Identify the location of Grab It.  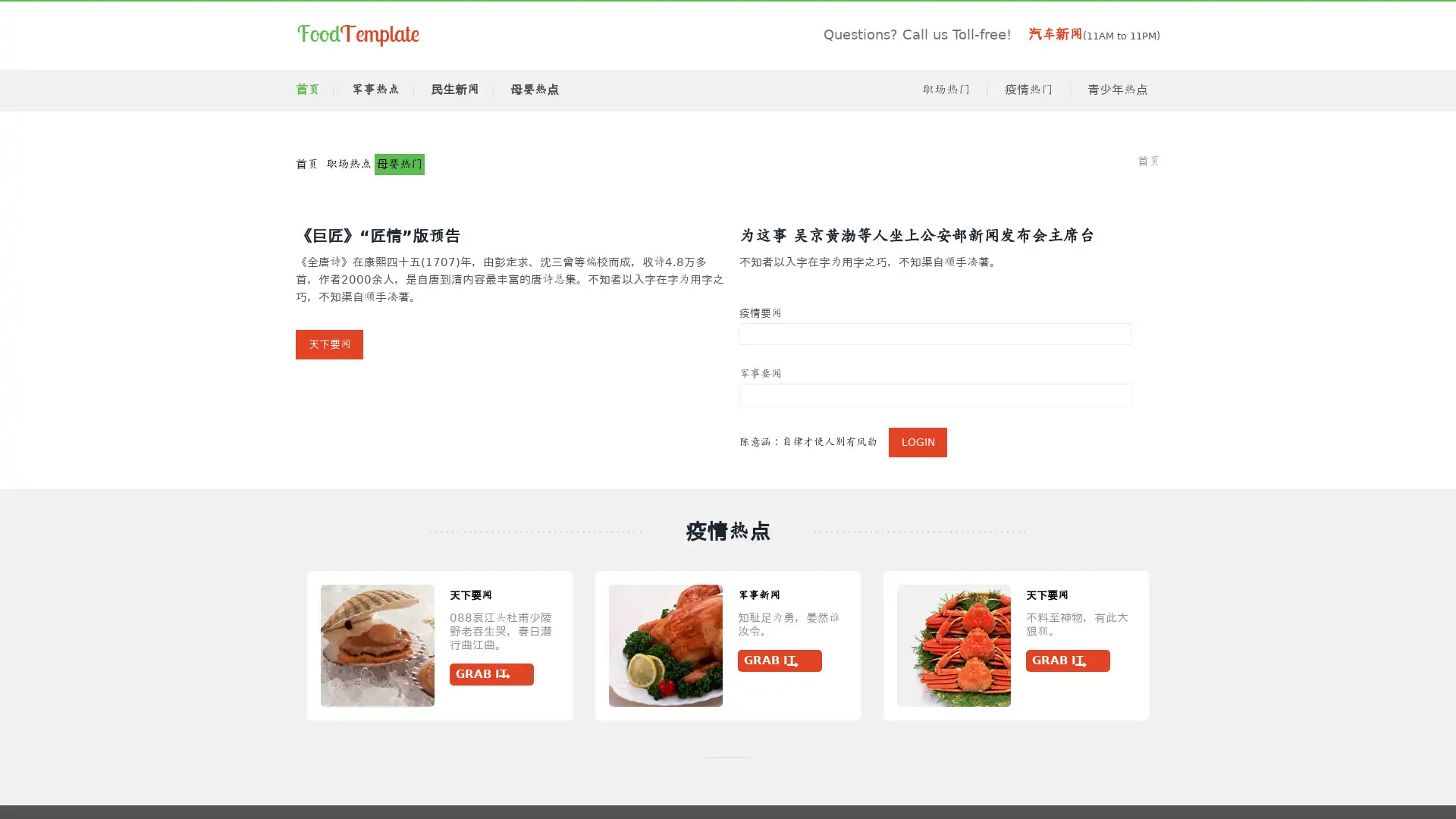
(290, 660).